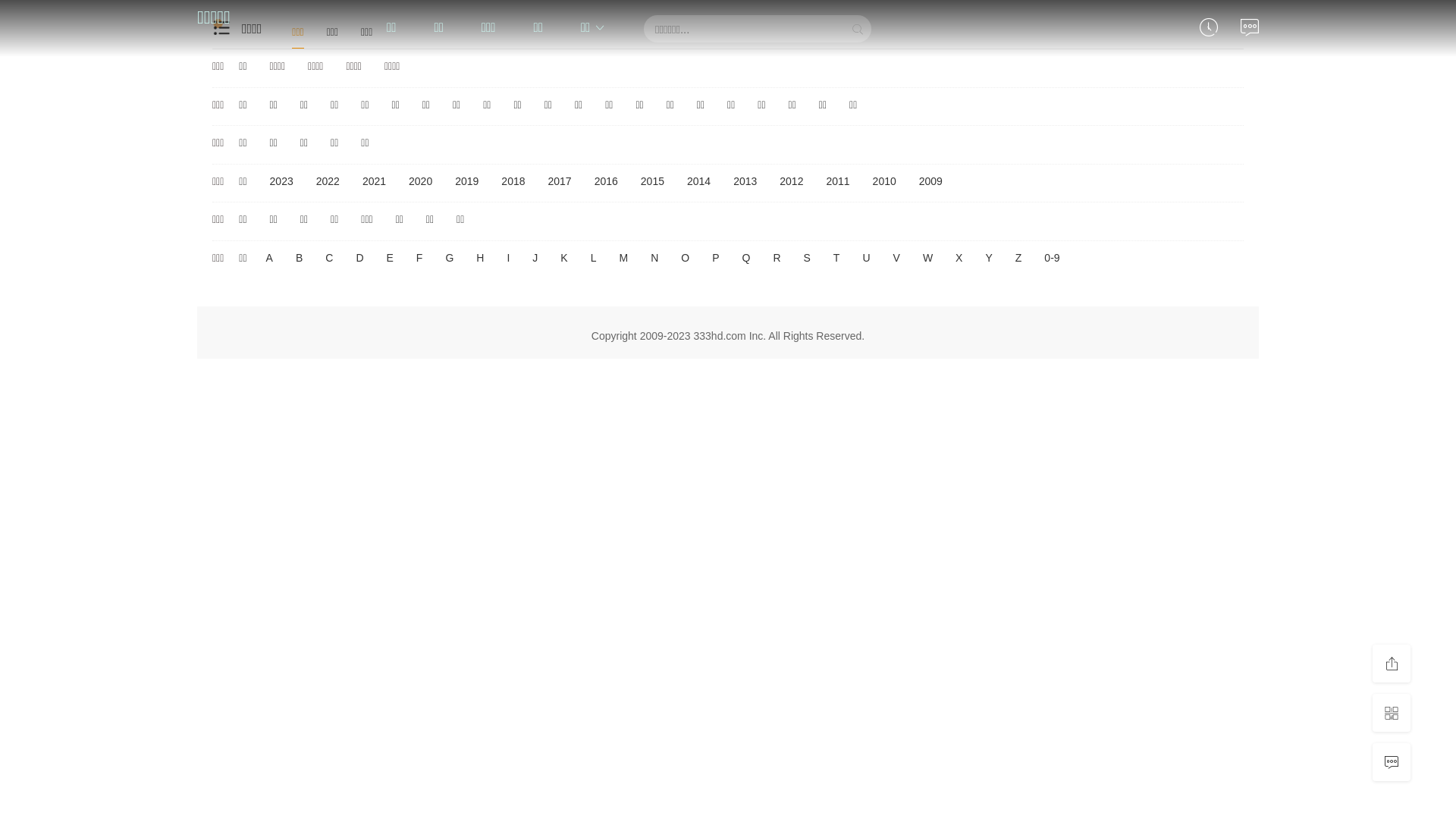 The width and height of the screenshot is (1456, 819). What do you see at coordinates (448, 257) in the screenshot?
I see `'G'` at bounding box center [448, 257].